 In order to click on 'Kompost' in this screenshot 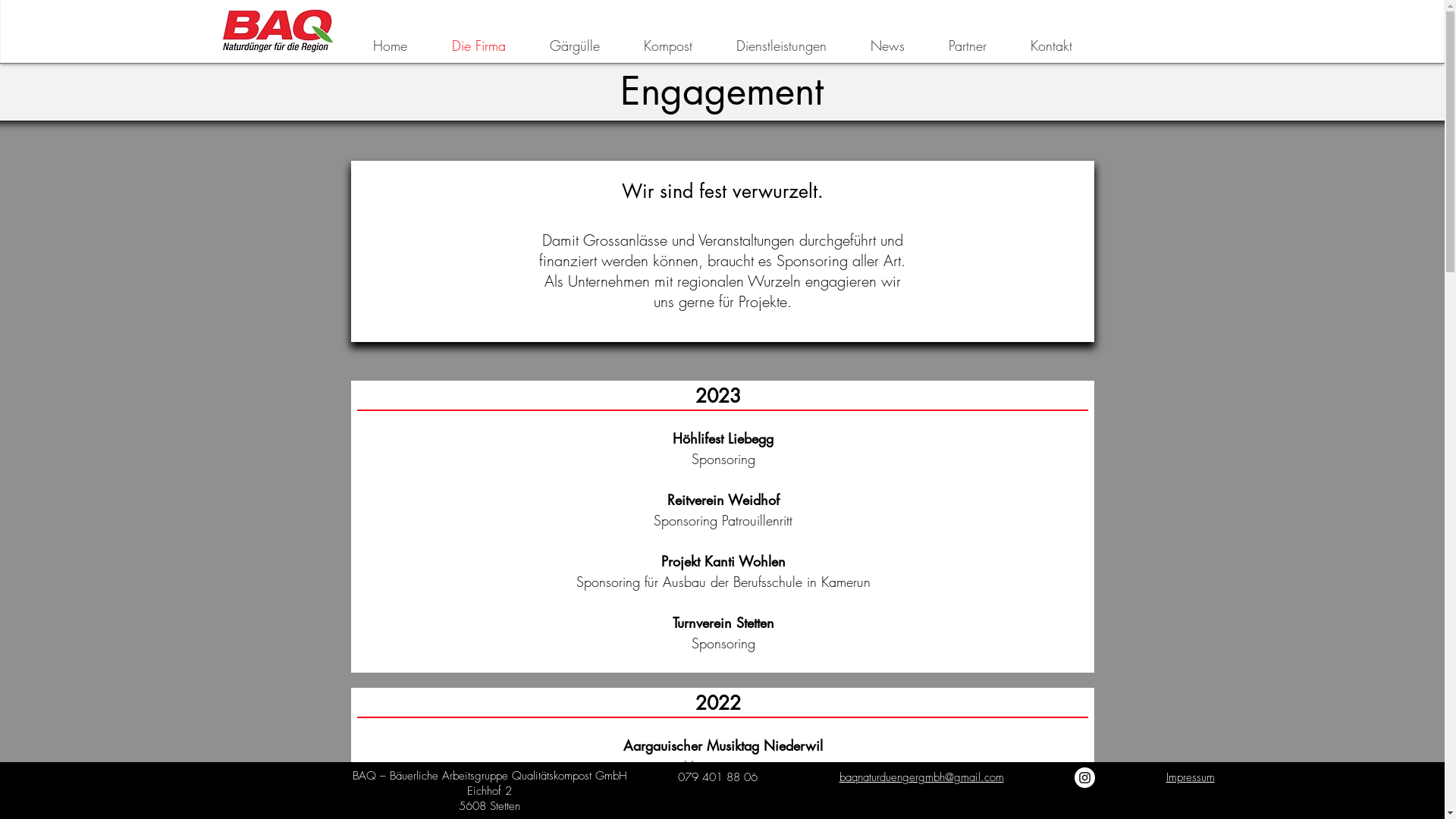, I will do `click(667, 45)`.